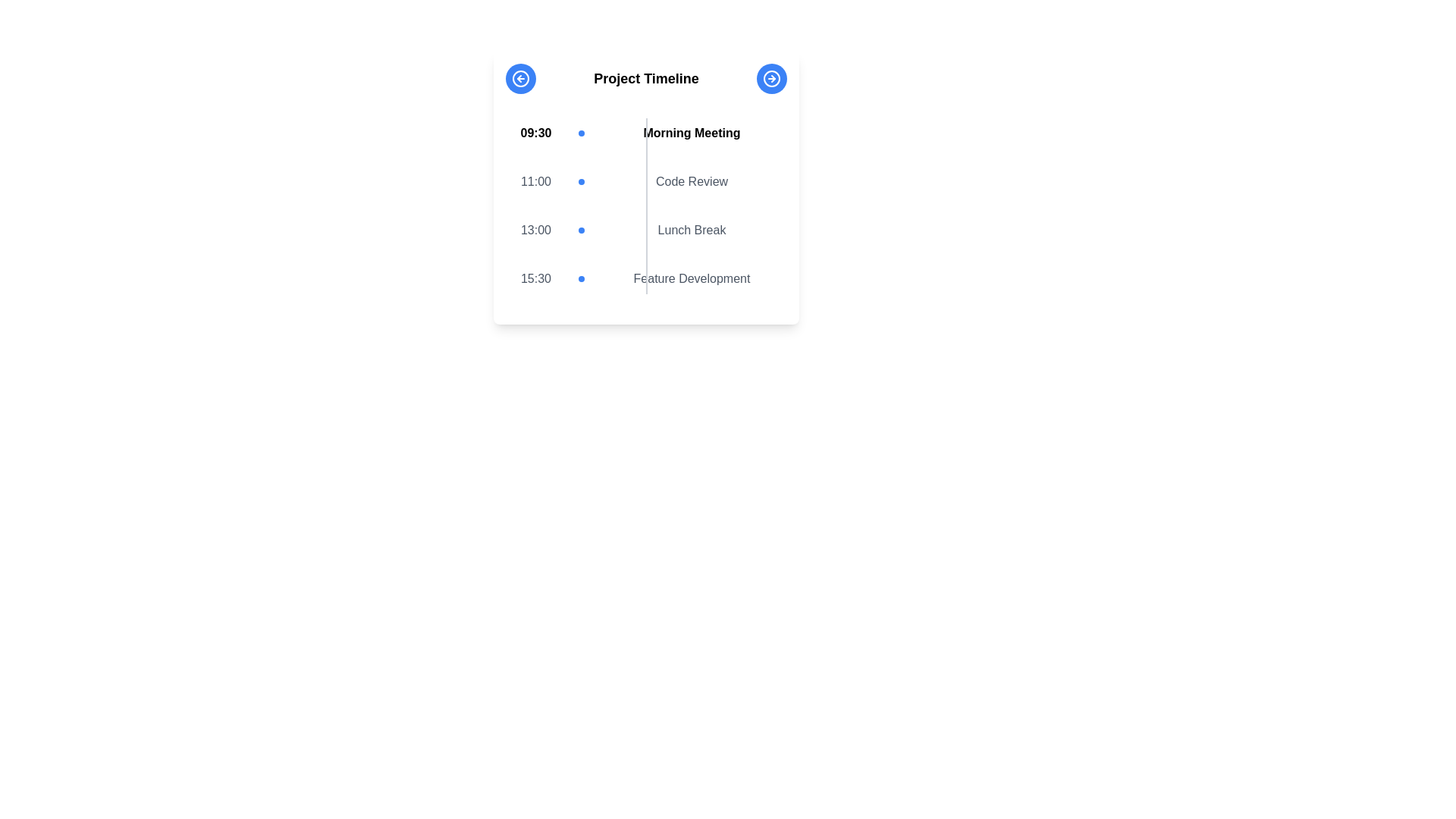 This screenshot has width=1456, height=819. I want to click on the circular icon-based button located at the top-right corner of the card, aligned with the text 'Project Timeline', so click(771, 79).